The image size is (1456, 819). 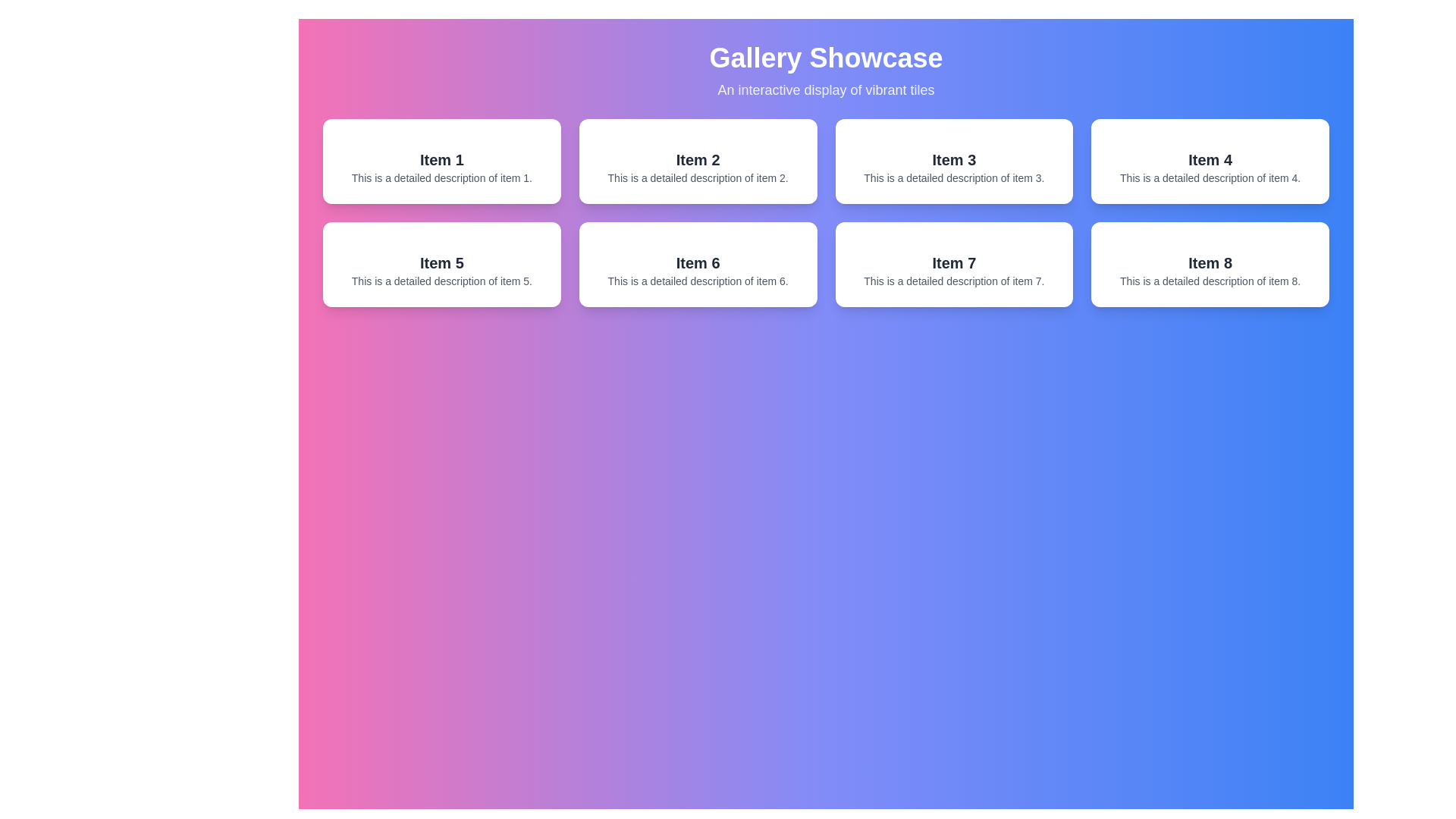 I want to click on text label located at the top center of the box in the top-left corner of the grid layout, so click(x=441, y=160).